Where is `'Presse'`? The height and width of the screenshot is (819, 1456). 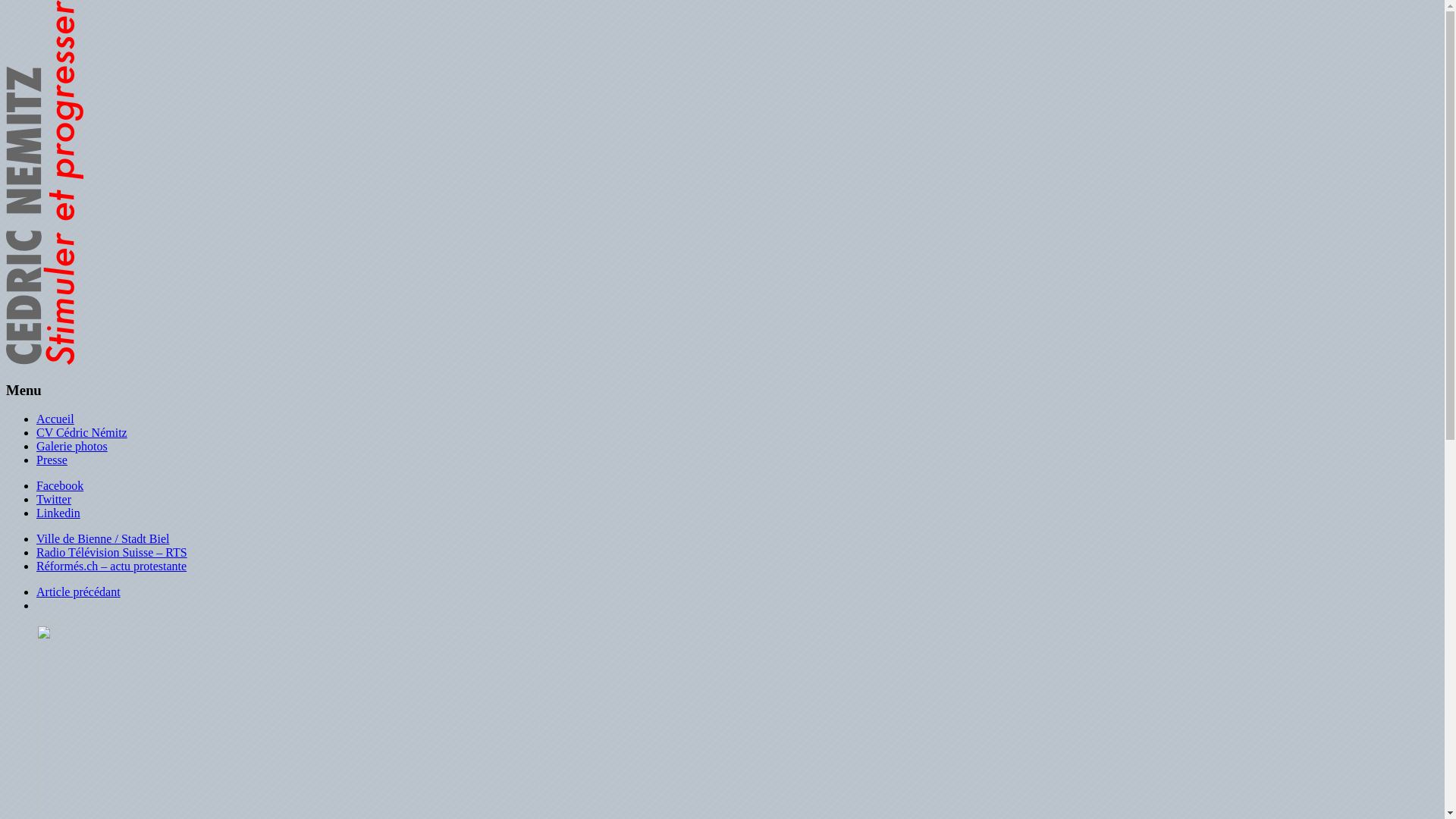 'Presse' is located at coordinates (52, 459).